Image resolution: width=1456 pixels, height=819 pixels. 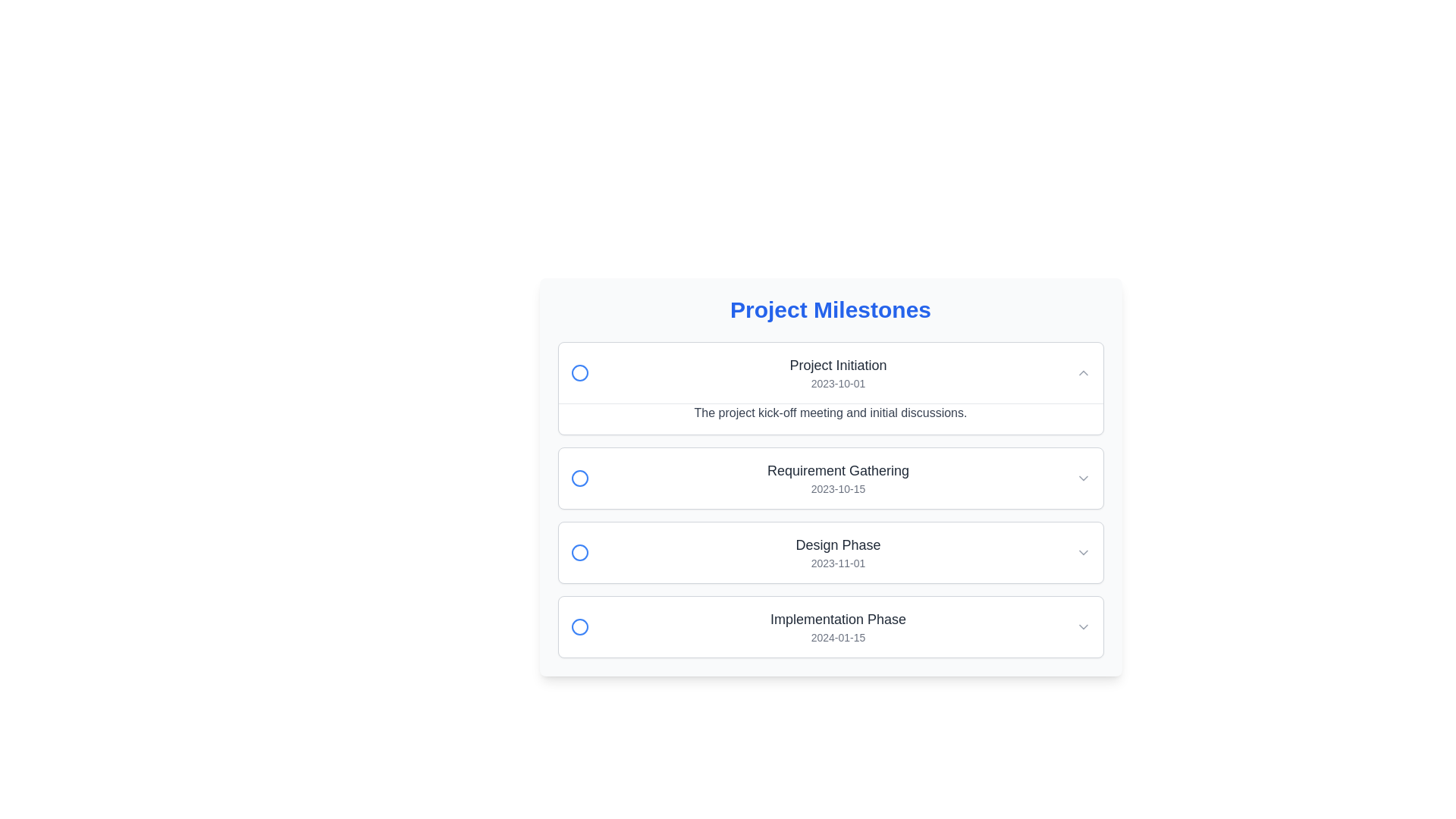 I want to click on the circle shape with no fill and a blue stroke color in the SVG graphic, which is part of the first milestone for 'Project Initiation', so click(x=579, y=373).